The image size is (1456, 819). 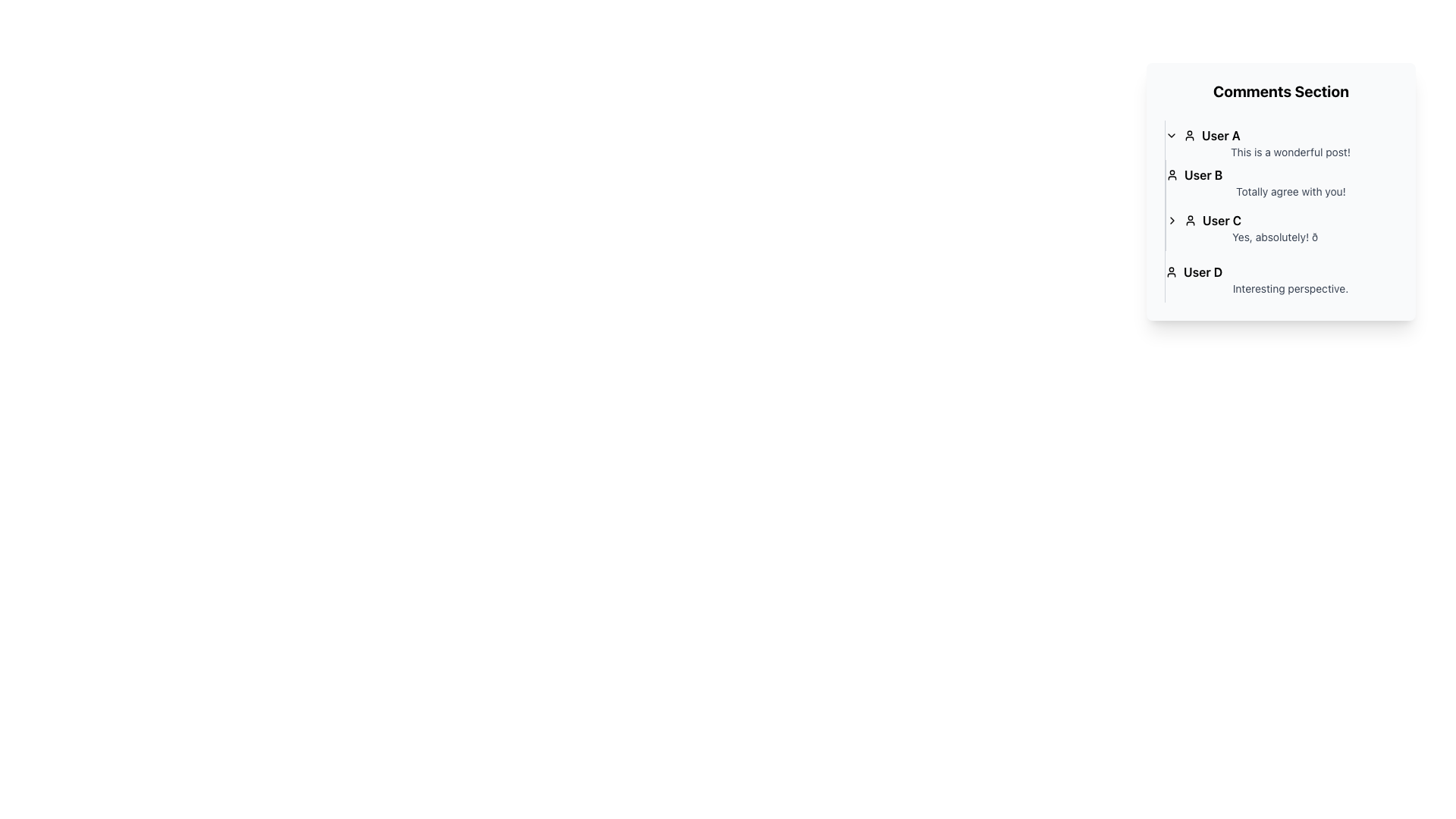 What do you see at coordinates (1220, 134) in the screenshot?
I see `the username label located to the right of the user silhouette icon` at bounding box center [1220, 134].